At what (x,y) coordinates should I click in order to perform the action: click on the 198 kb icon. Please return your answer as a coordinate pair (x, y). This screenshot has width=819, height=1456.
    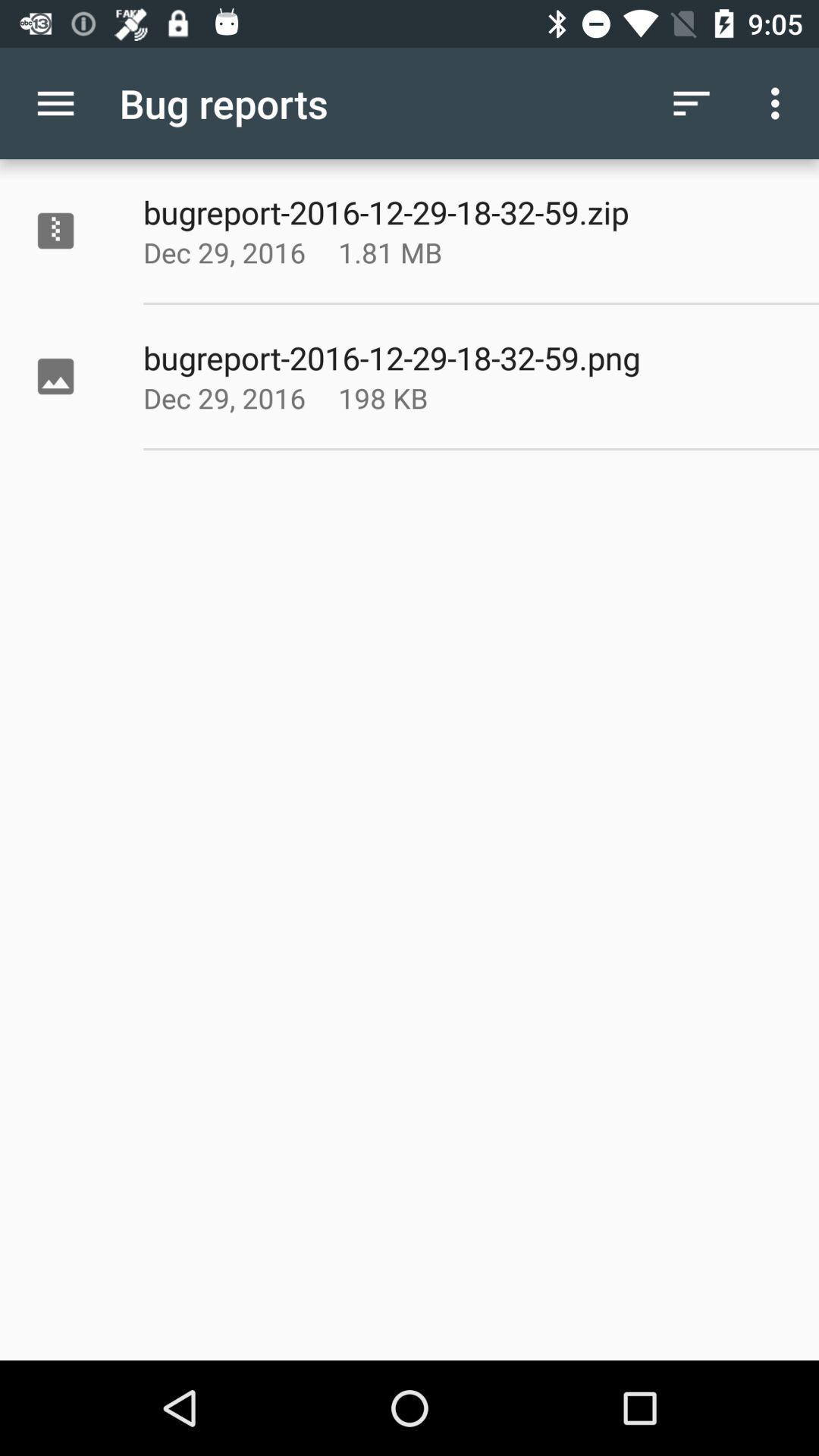
    Looking at the image, I should click on (428, 397).